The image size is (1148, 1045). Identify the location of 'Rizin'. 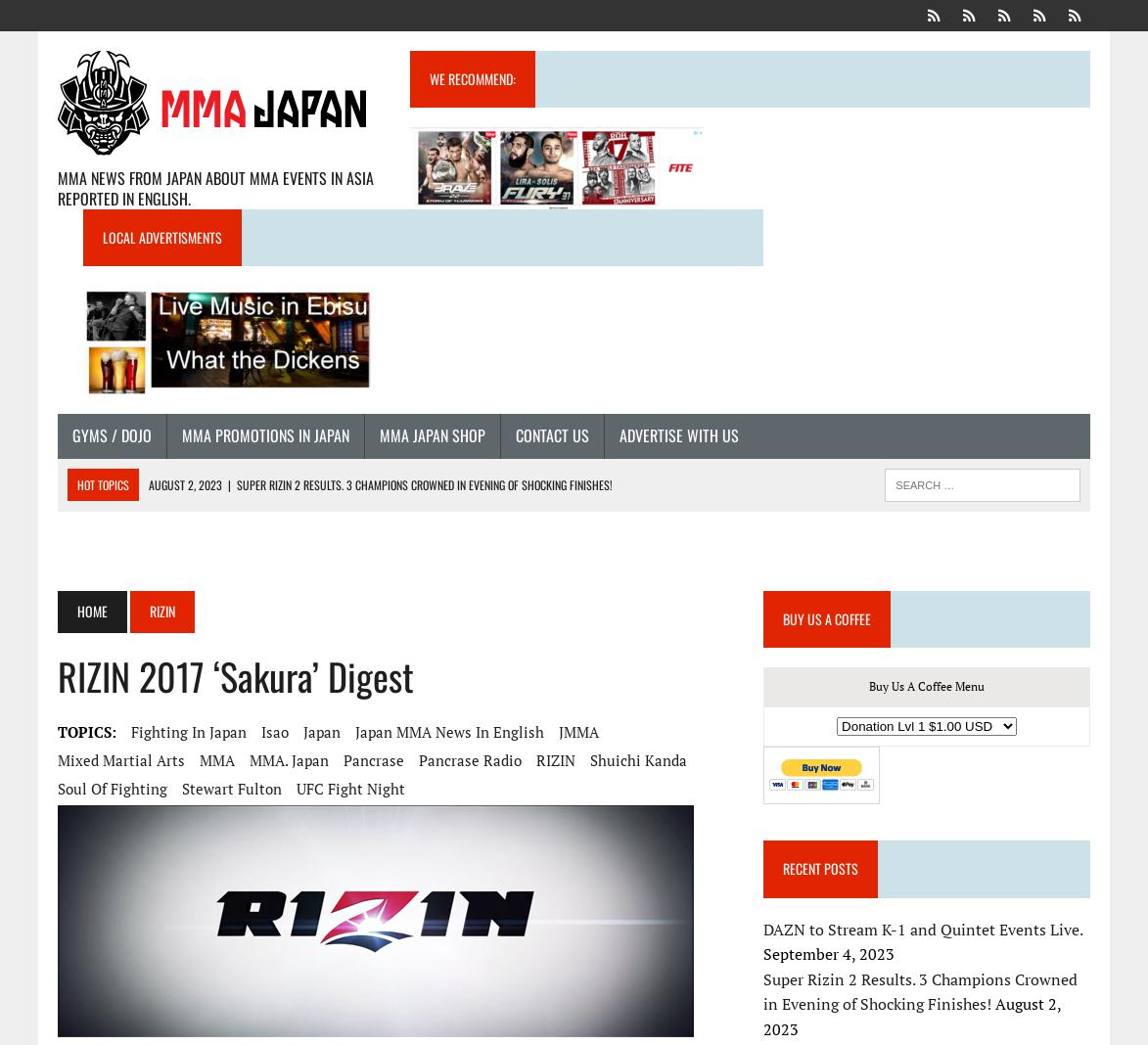
(161, 610).